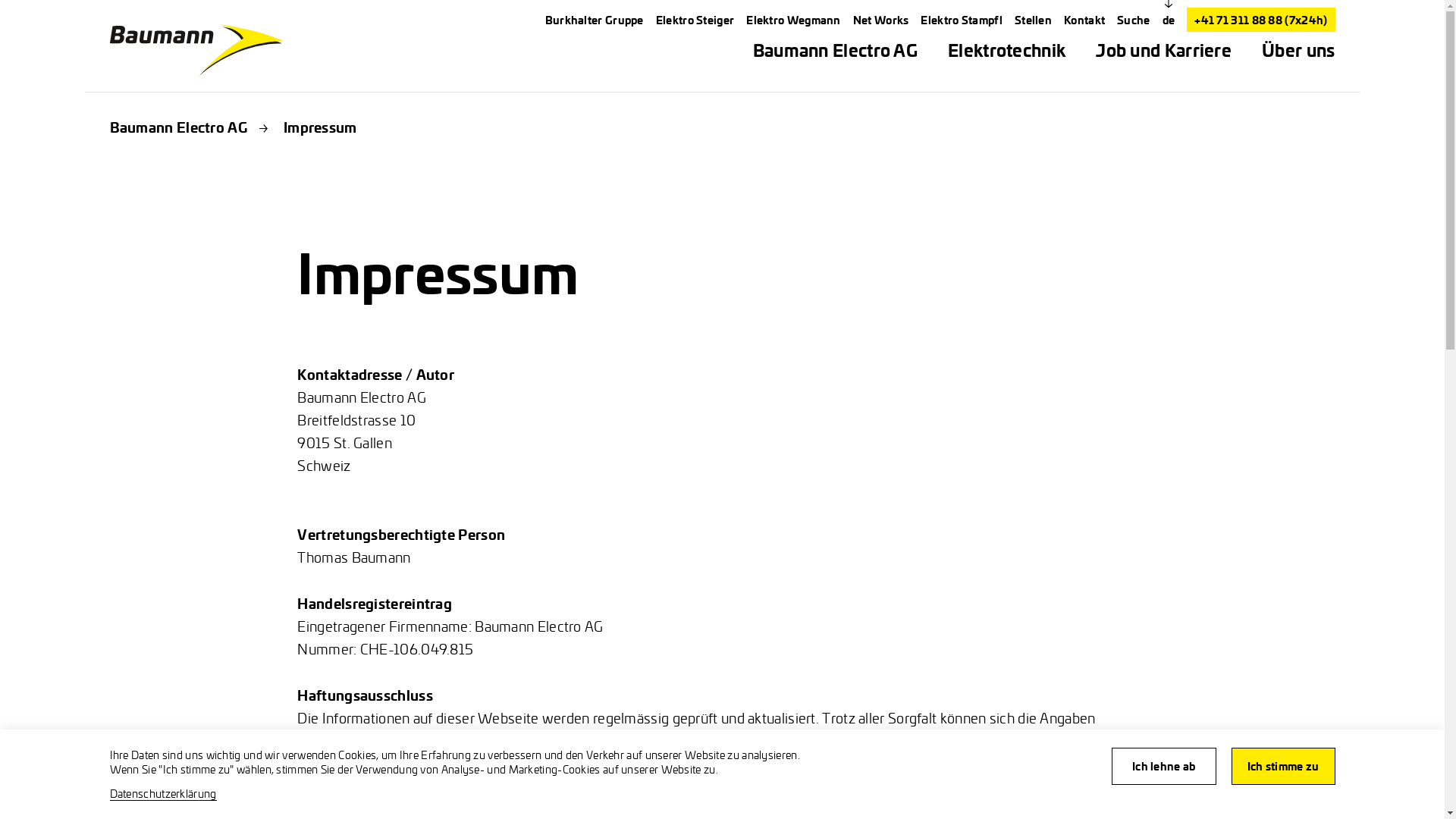 The image size is (1456, 819). What do you see at coordinates (1163, 766) in the screenshot?
I see `'Ich lehne ab'` at bounding box center [1163, 766].